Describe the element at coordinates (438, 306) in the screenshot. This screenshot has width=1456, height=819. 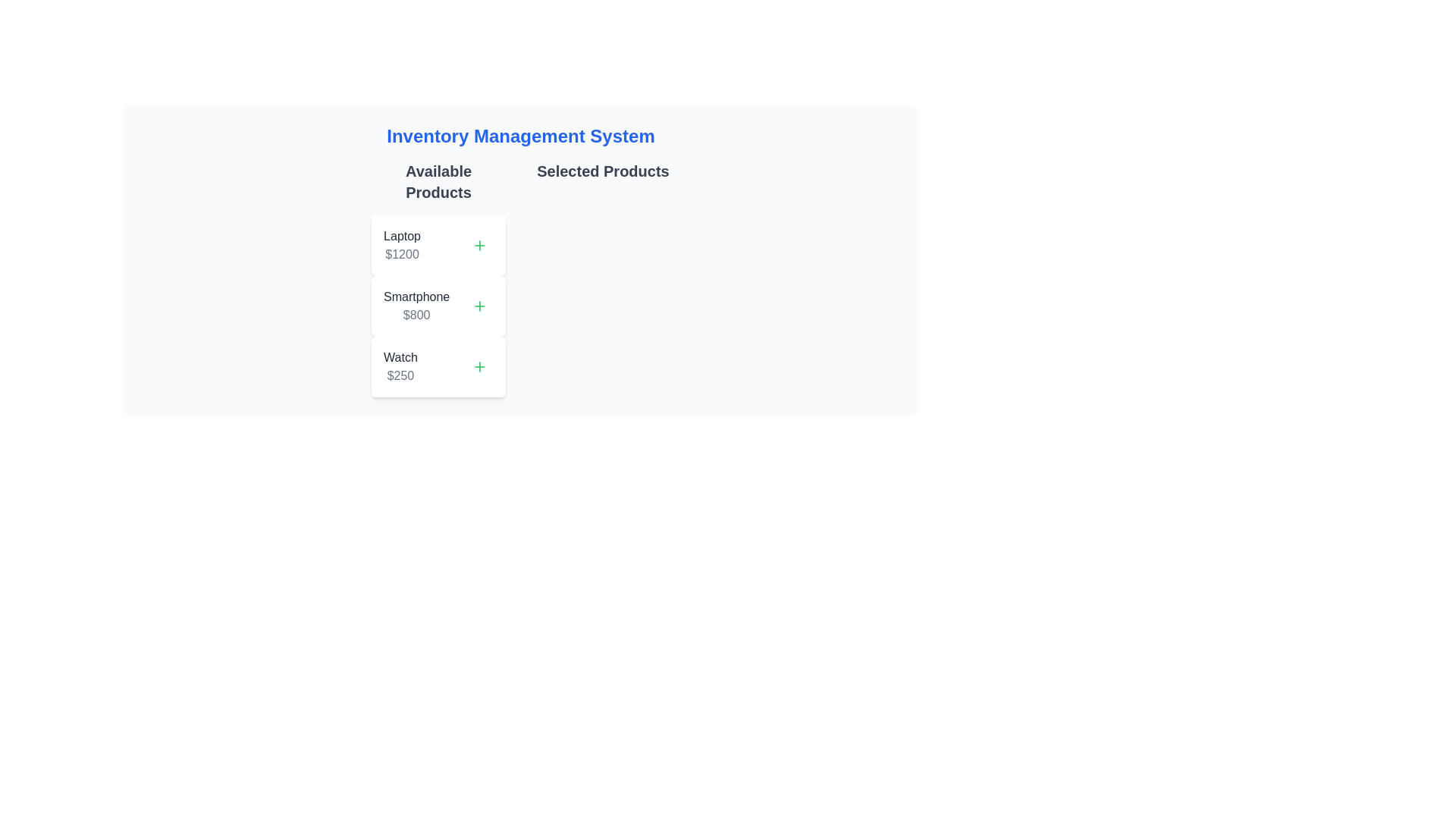
I see `information displayed in the text element showing 'Smartphone $800', which is the second item in the 'Available Products' section` at that location.